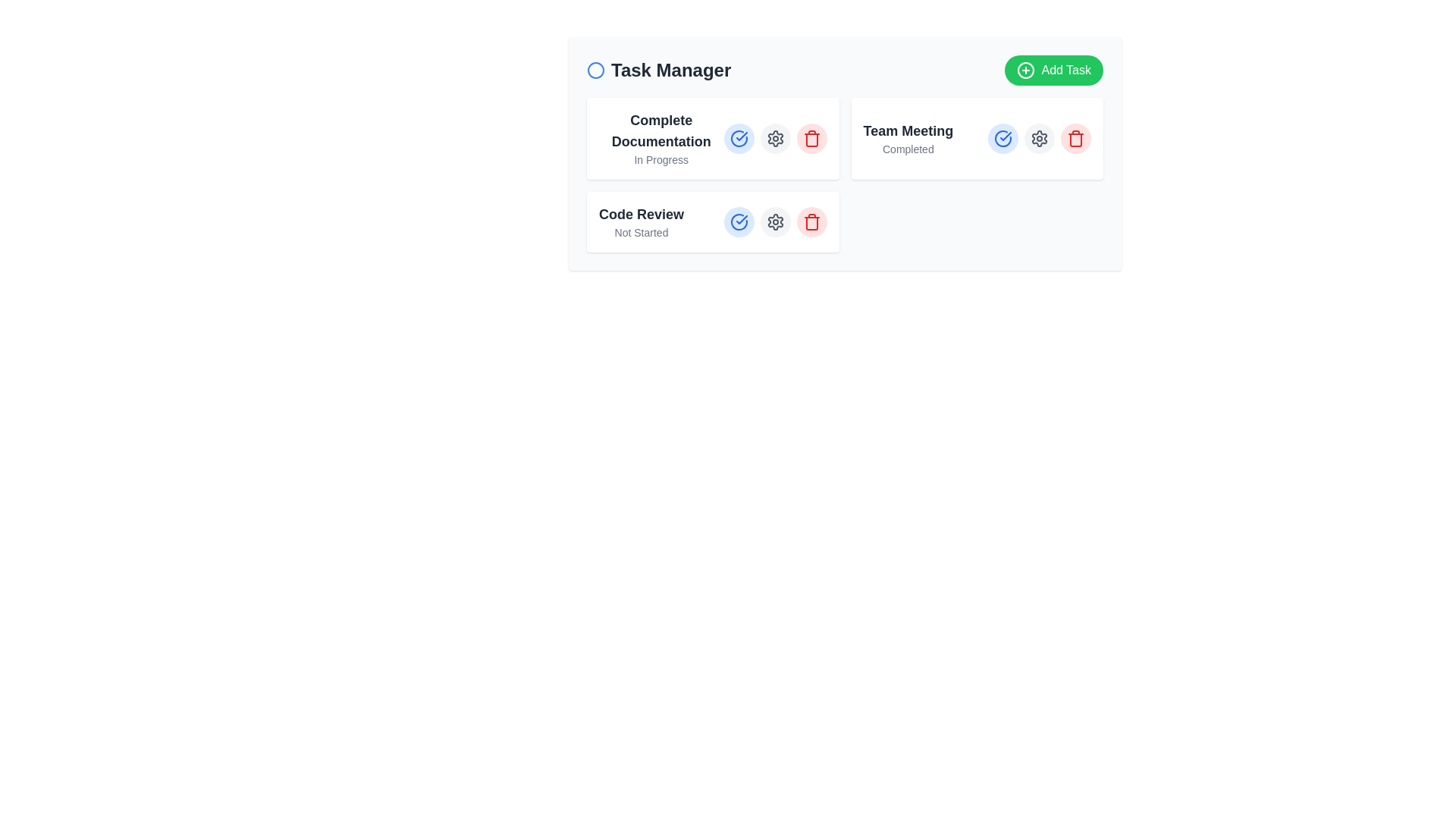  I want to click on the Text label that serves as the header for the 'Team Meeting' task, positioned above the 'Completed' text, so click(908, 130).